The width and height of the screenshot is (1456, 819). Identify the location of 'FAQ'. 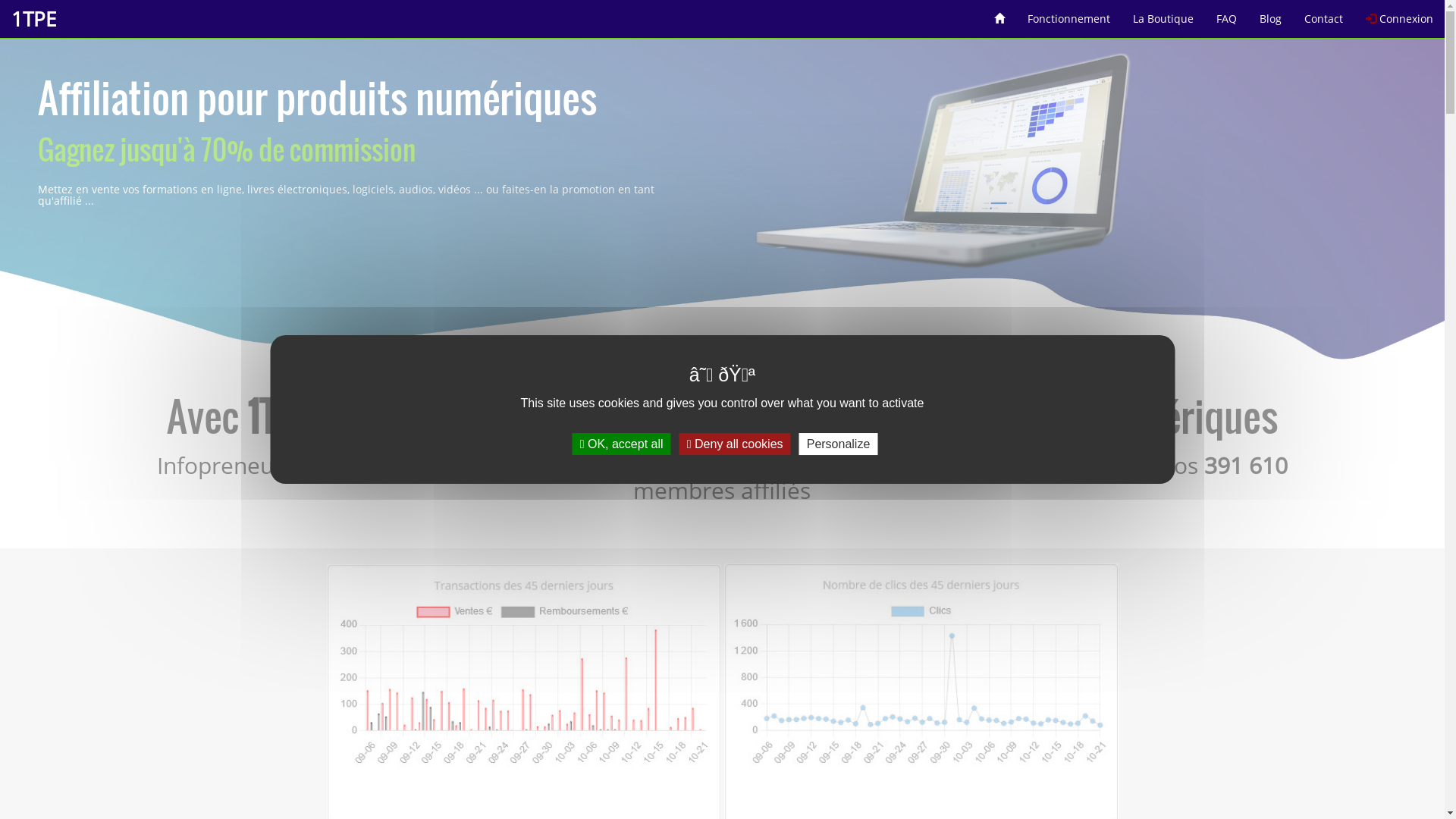
(1203, 13).